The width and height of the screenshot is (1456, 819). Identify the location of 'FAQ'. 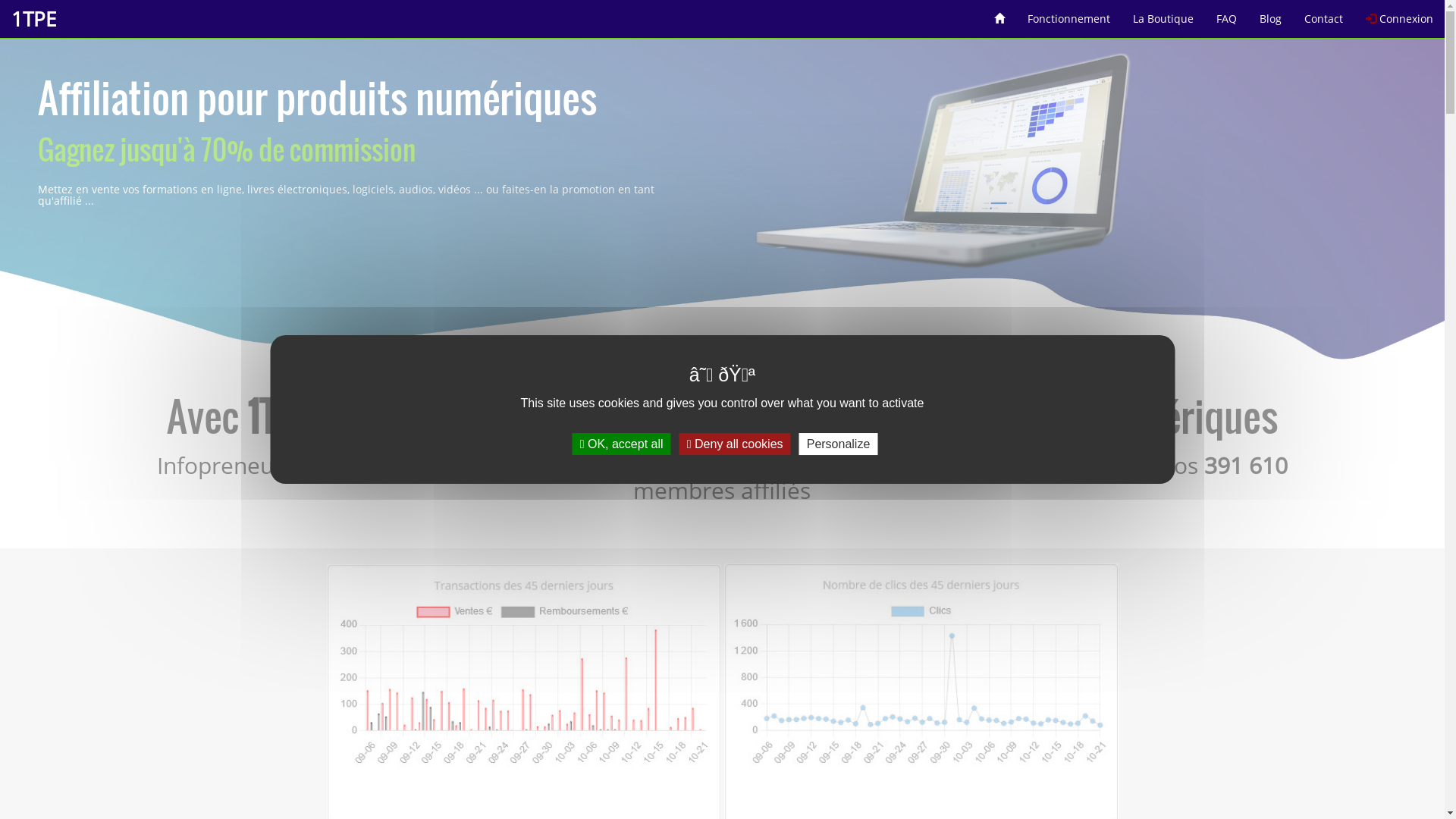
(1203, 13).